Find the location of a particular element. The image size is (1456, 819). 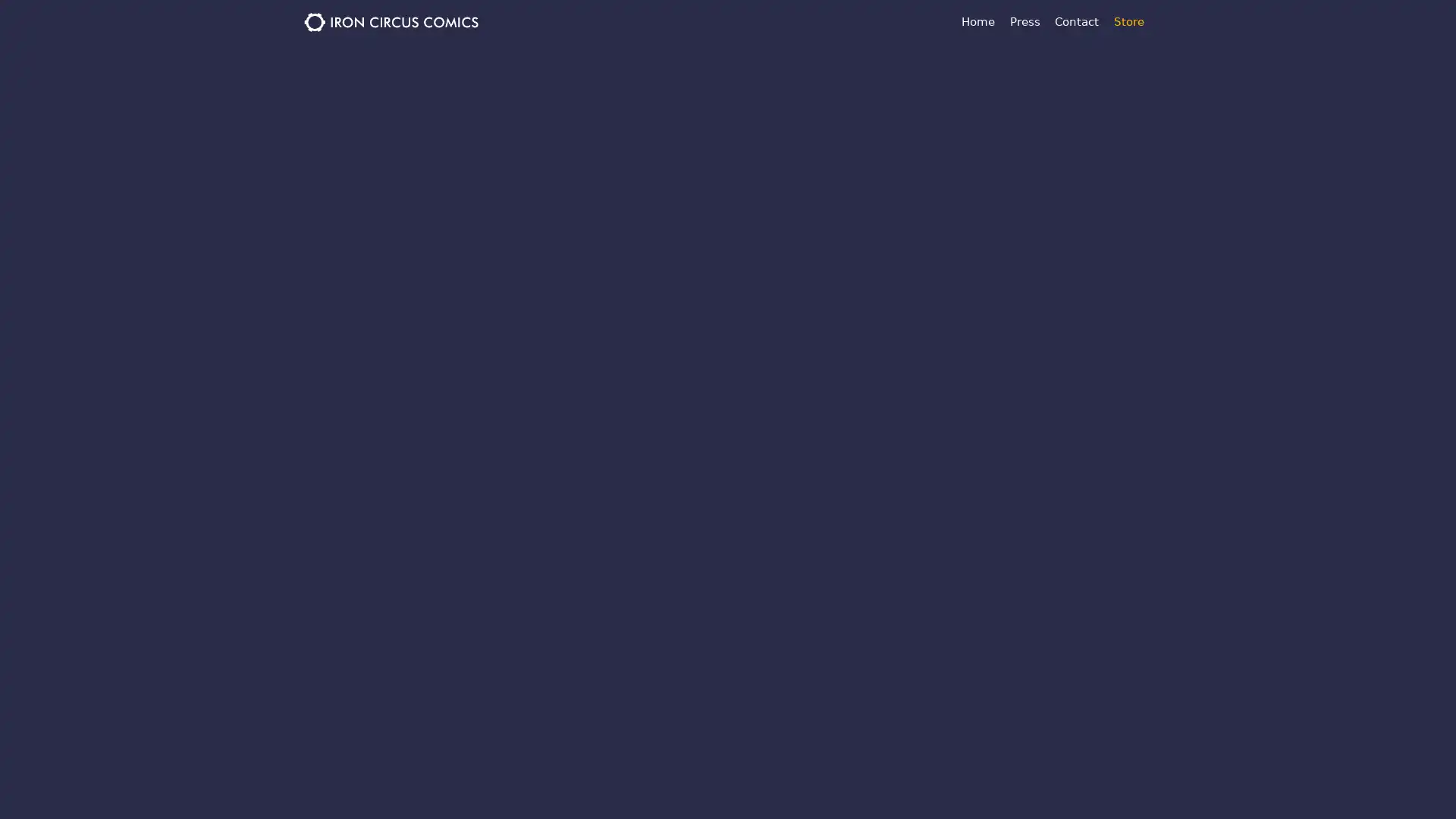

Log In is located at coordinates (1073, 452).